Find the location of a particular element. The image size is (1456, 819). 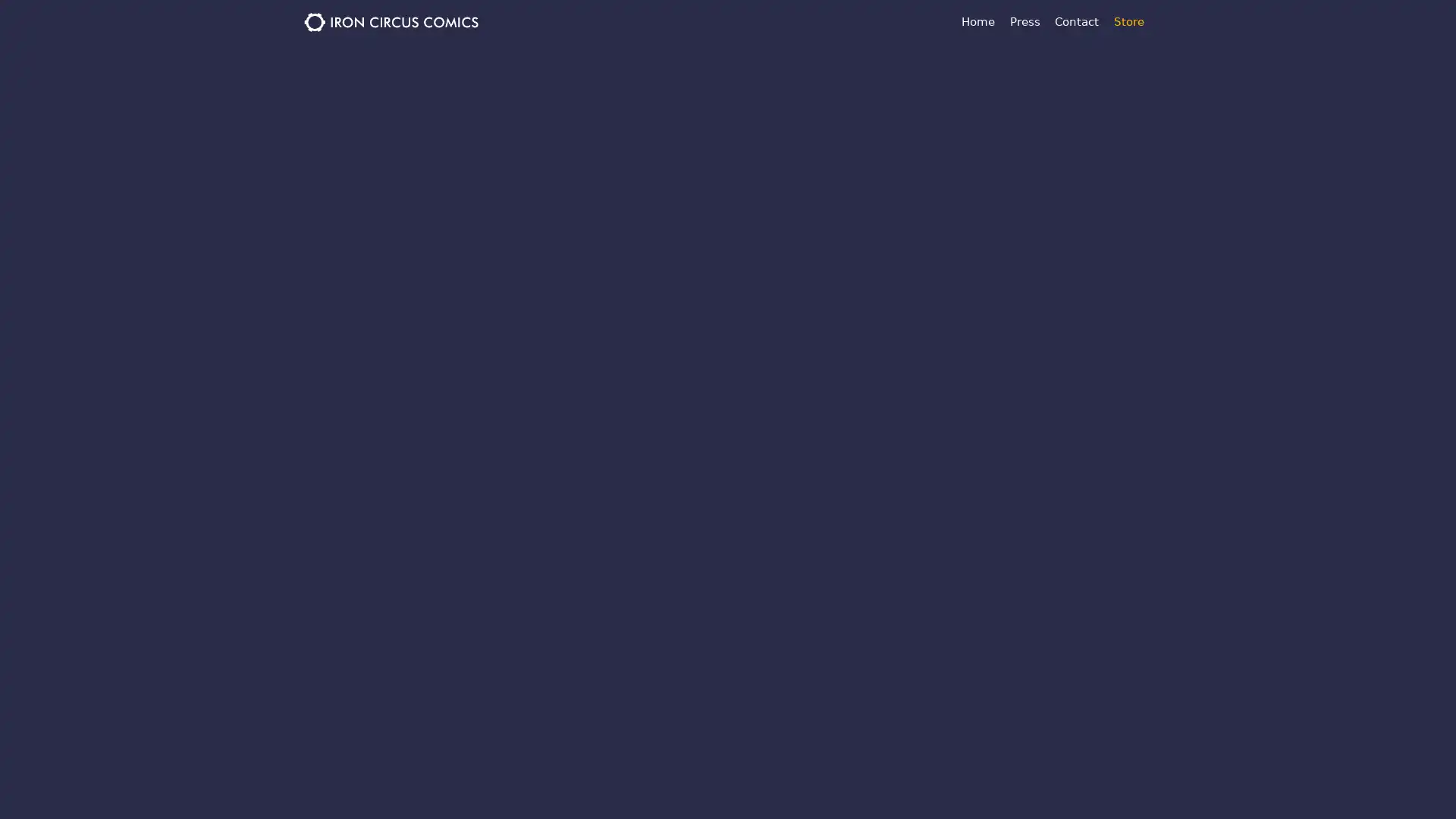

Log In is located at coordinates (1073, 452).